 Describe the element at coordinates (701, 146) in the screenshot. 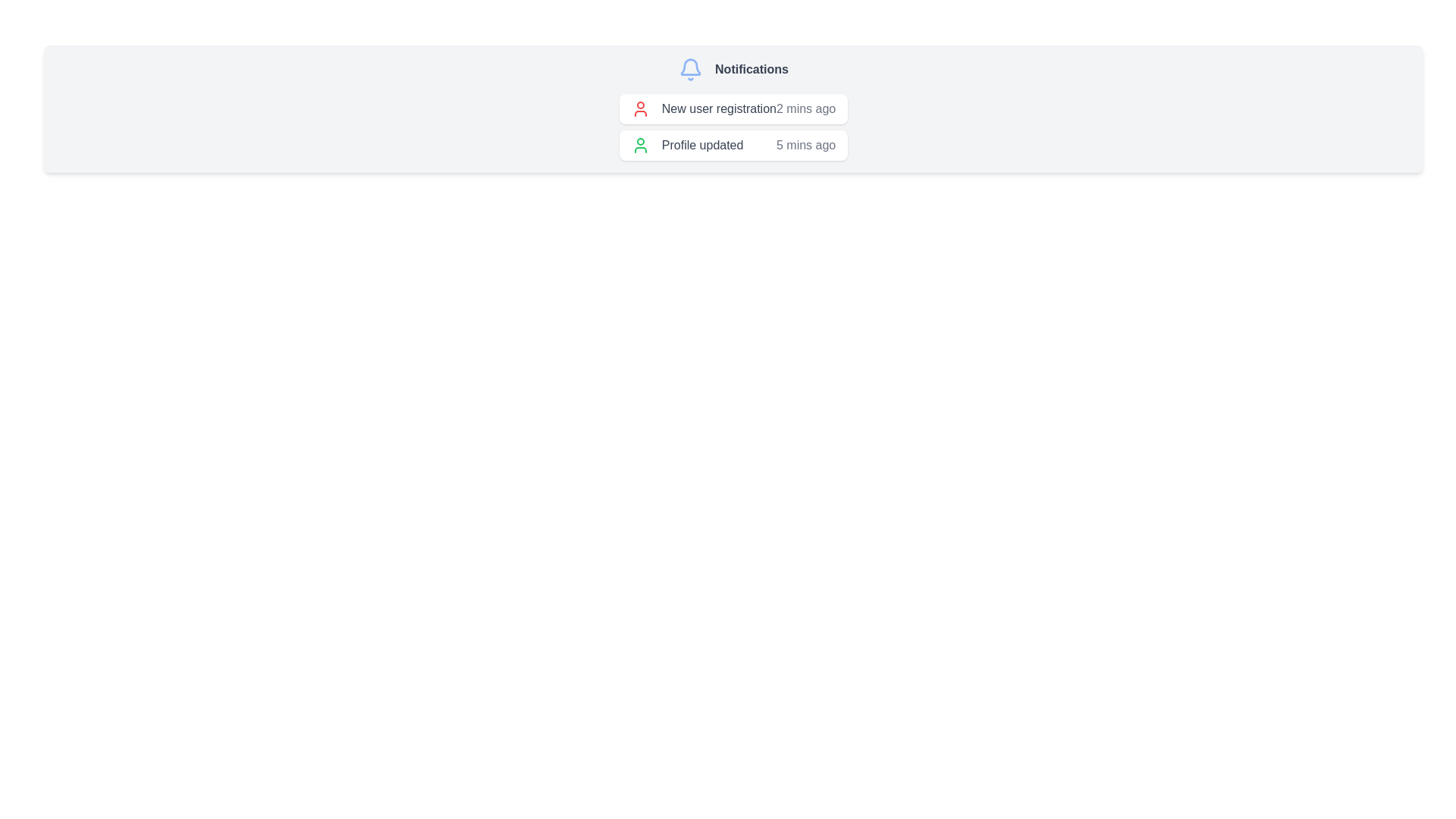

I see `the message displayed in the status update text label located on the second notification card within the notification panel, positioned between a green user icon and the timestamp '5 mins ago'` at that location.